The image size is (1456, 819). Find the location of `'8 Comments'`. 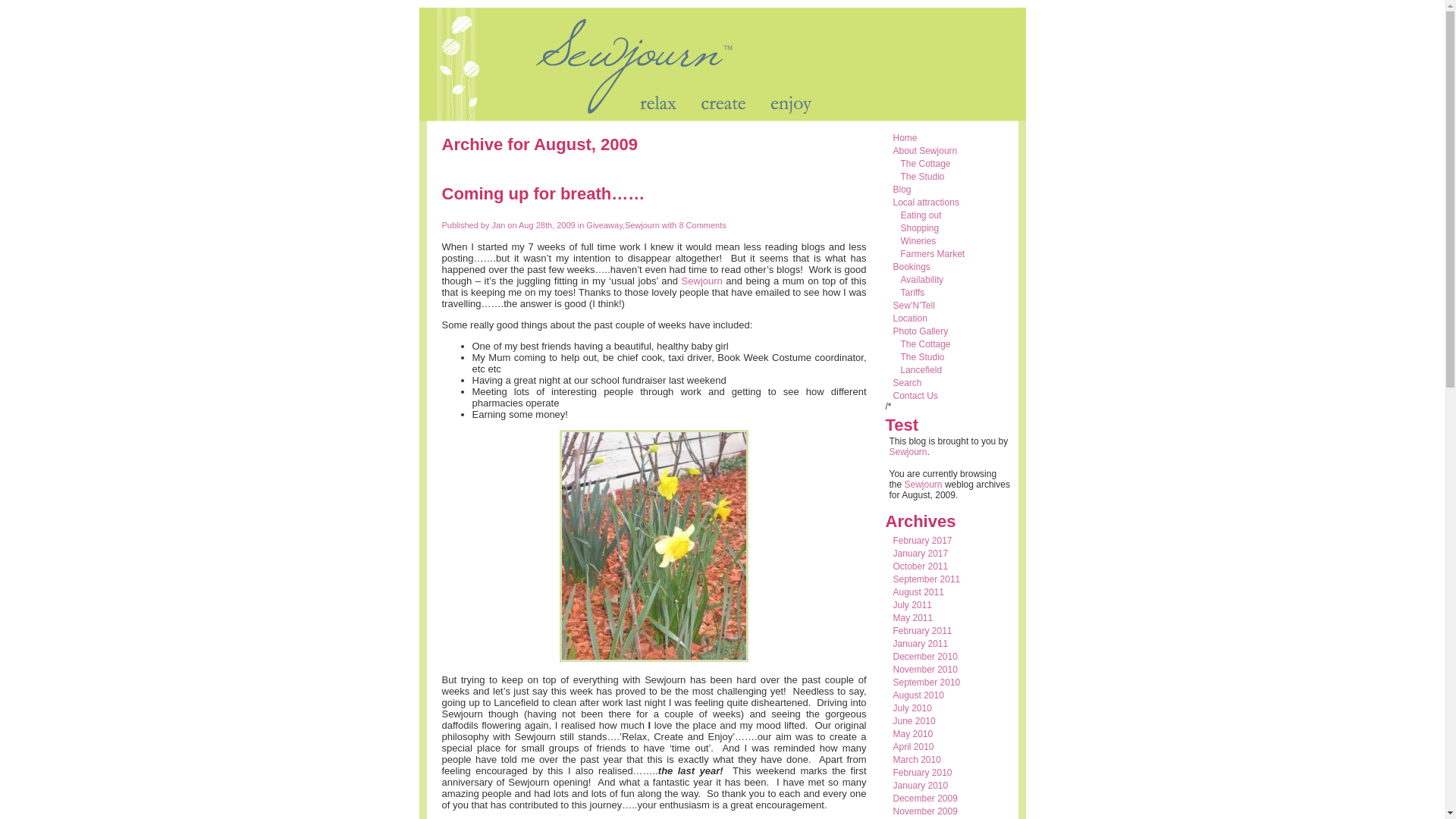

'8 Comments' is located at coordinates (700, 225).